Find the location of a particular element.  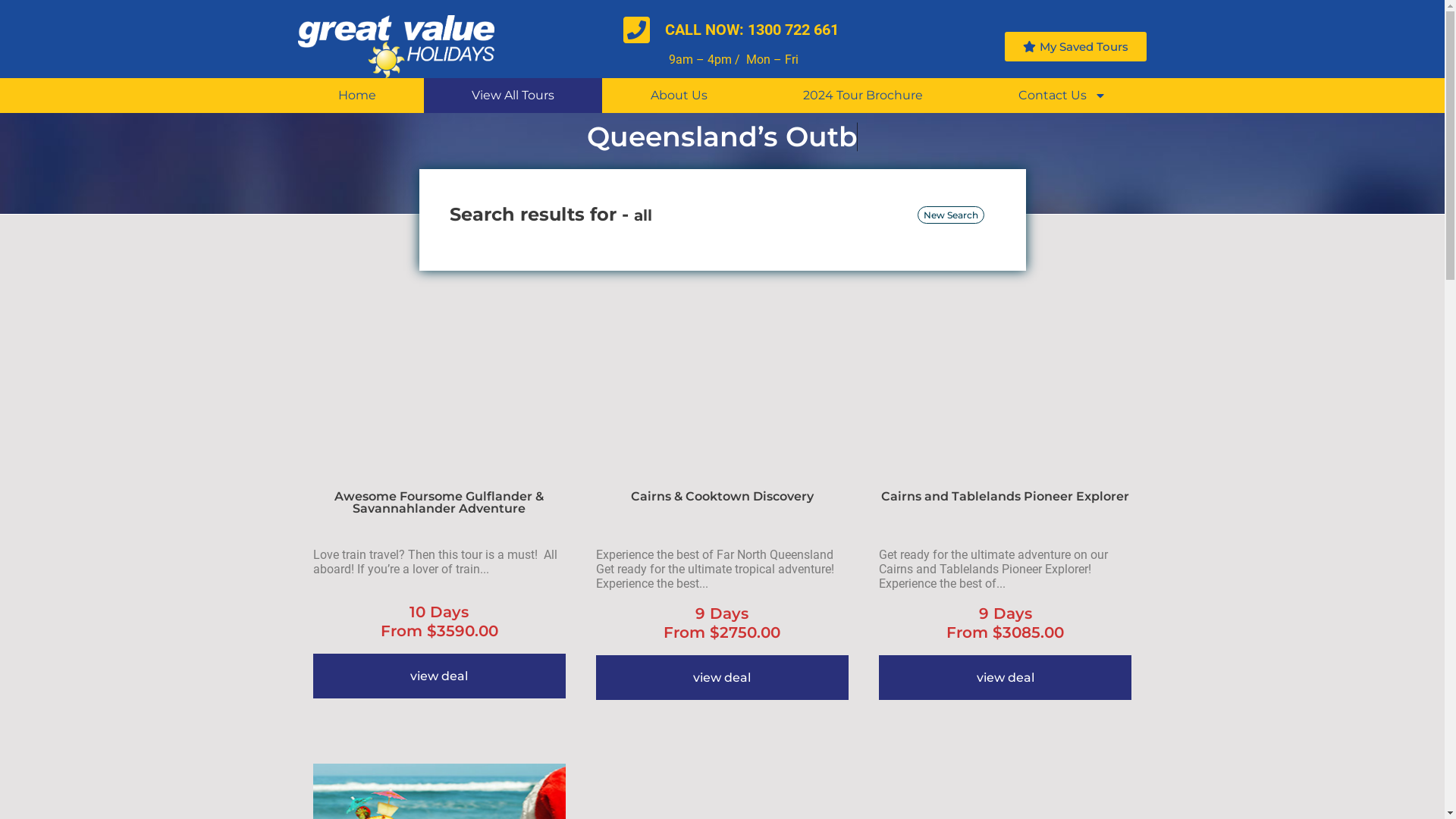

'New Search' is located at coordinates (949, 215).